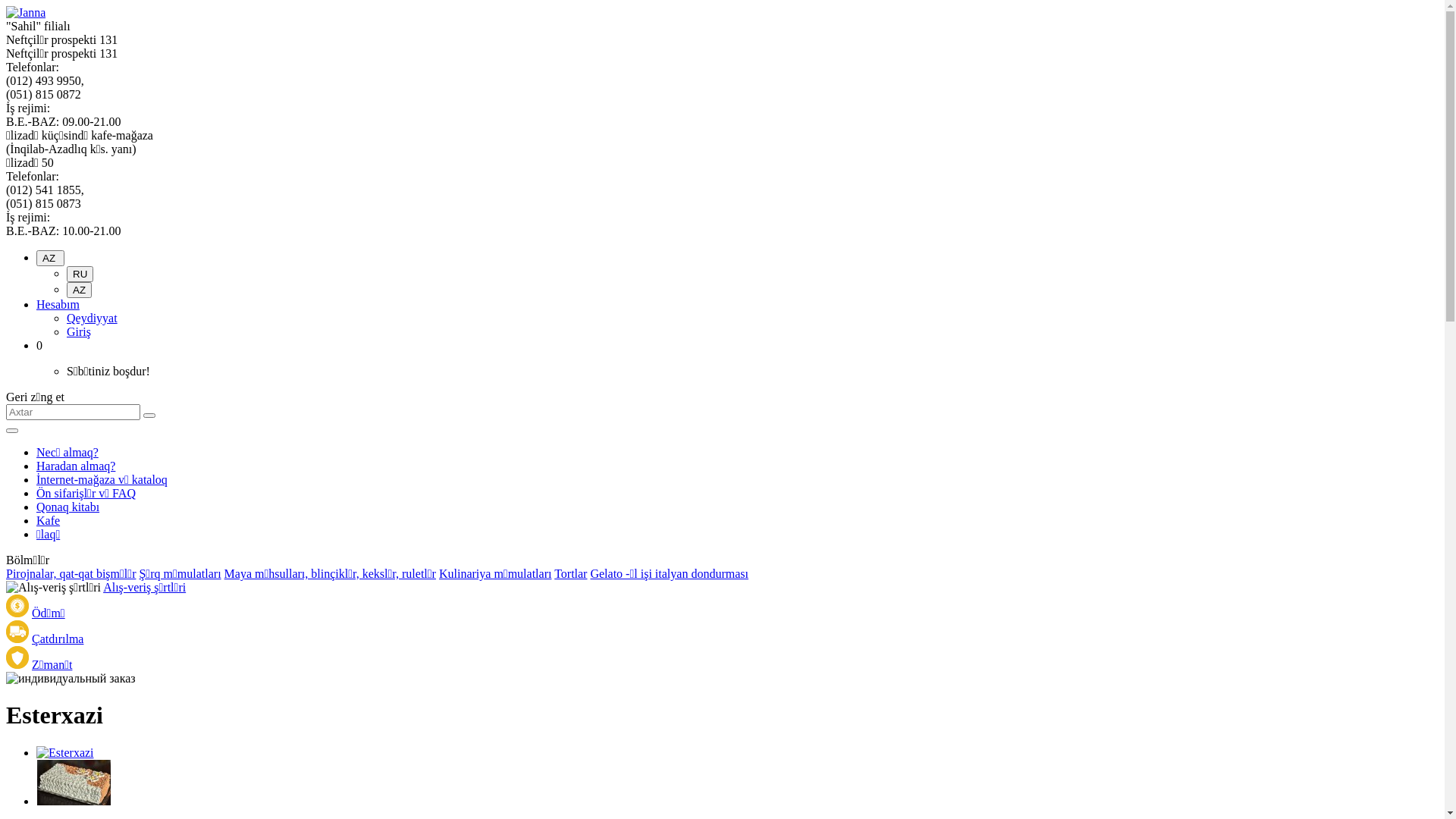 Image resolution: width=1456 pixels, height=819 pixels. Describe the element at coordinates (75, 465) in the screenshot. I see `'Haradan almaq?'` at that location.